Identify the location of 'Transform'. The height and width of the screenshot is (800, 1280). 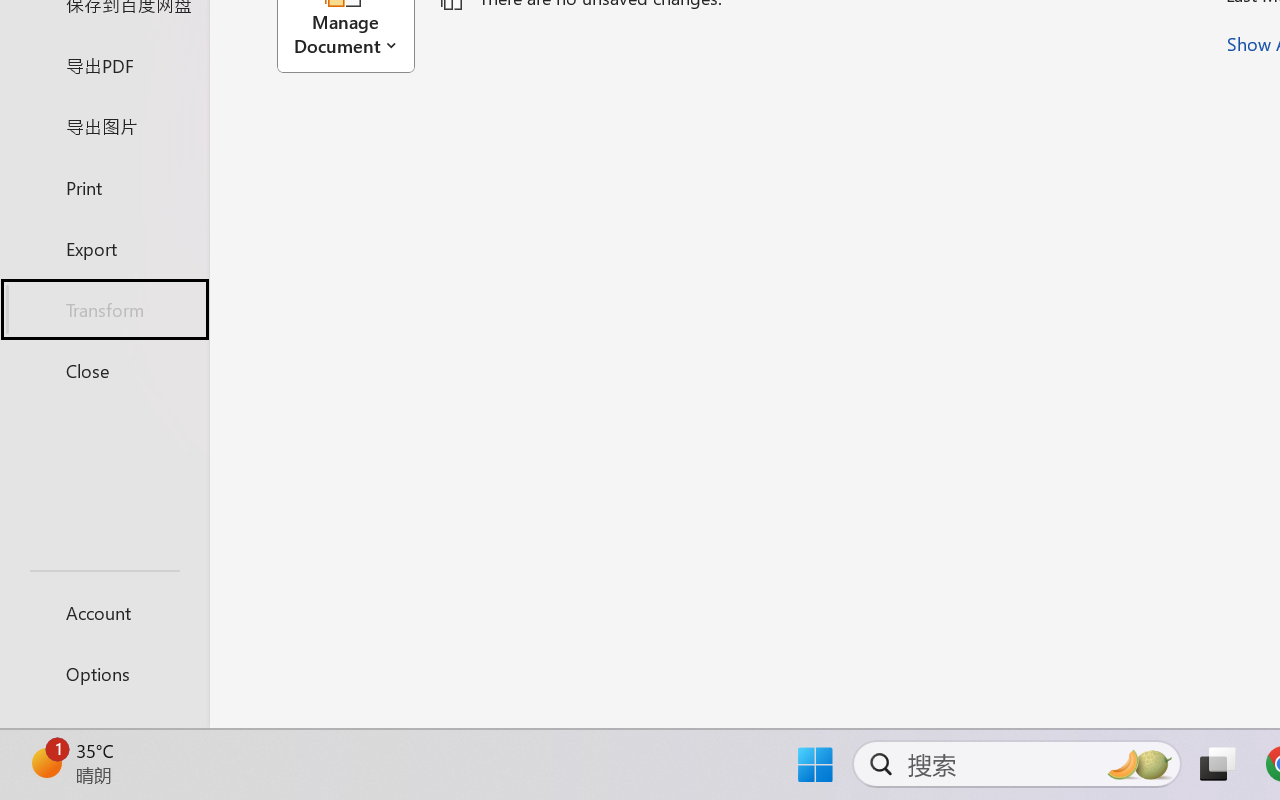
(103, 308).